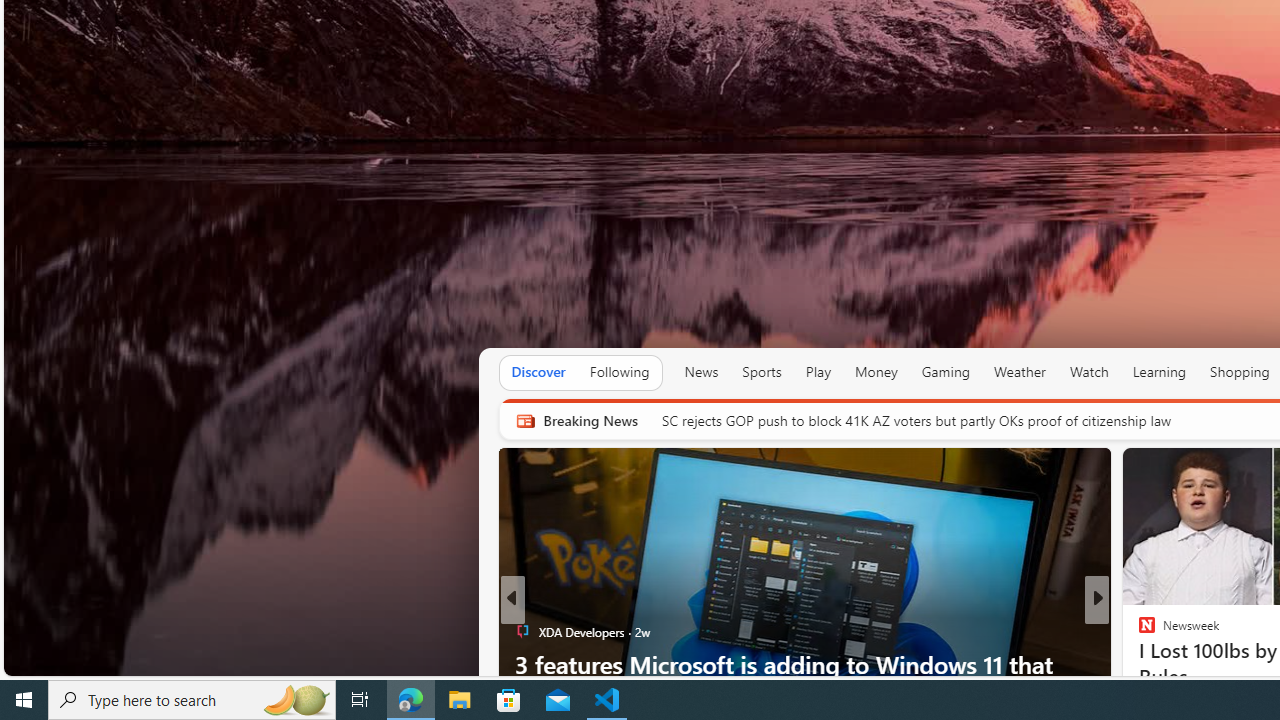  I want to click on 'Shopping', so click(1239, 371).